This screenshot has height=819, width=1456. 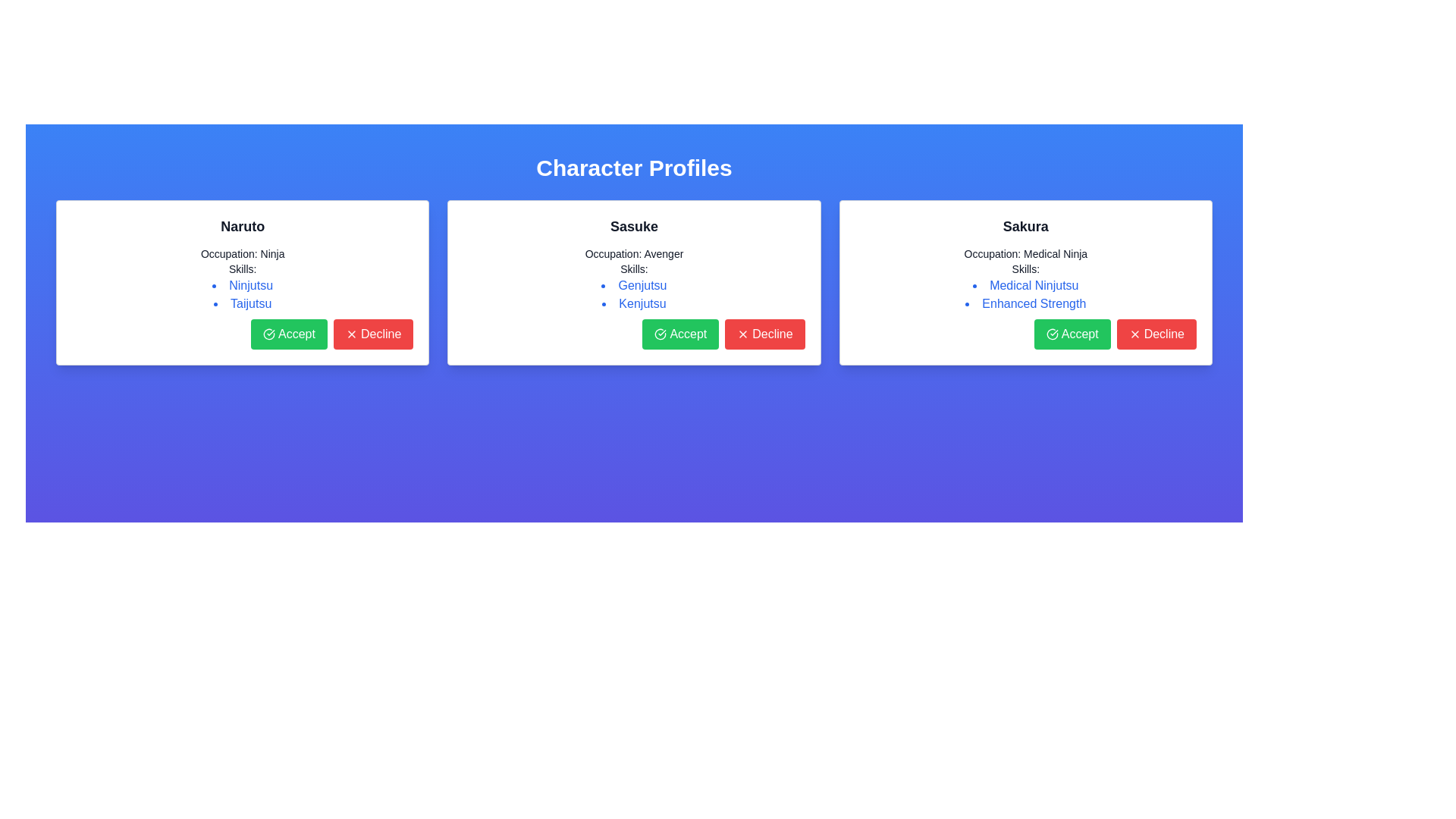 What do you see at coordinates (243, 227) in the screenshot?
I see `bold, black-colored text displaying 'Naruto' located at the top of the leftmost character profile card` at bounding box center [243, 227].